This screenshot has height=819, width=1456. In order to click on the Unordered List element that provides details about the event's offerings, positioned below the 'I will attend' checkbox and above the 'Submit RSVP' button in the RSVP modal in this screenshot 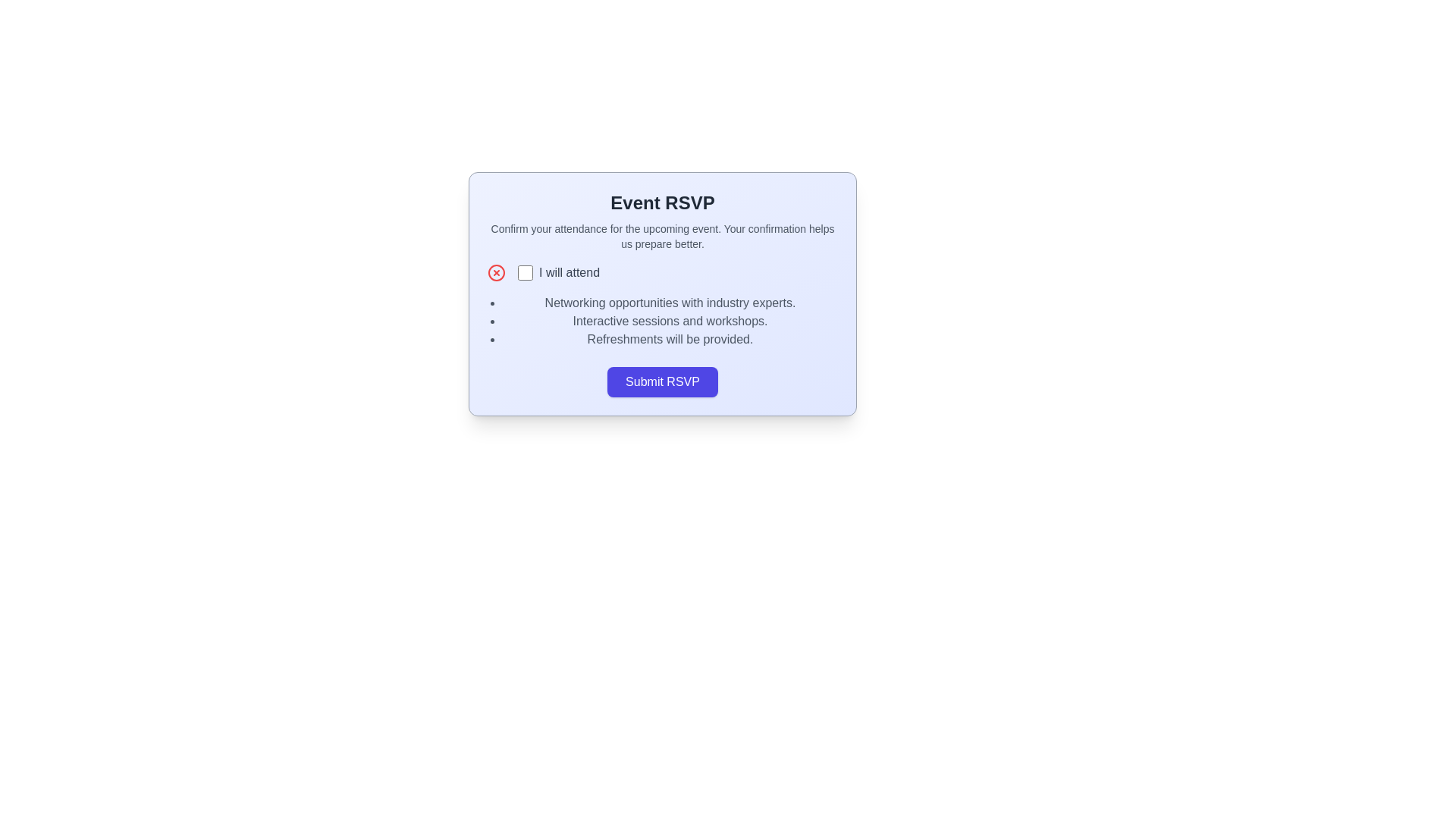, I will do `click(662, 321)`.